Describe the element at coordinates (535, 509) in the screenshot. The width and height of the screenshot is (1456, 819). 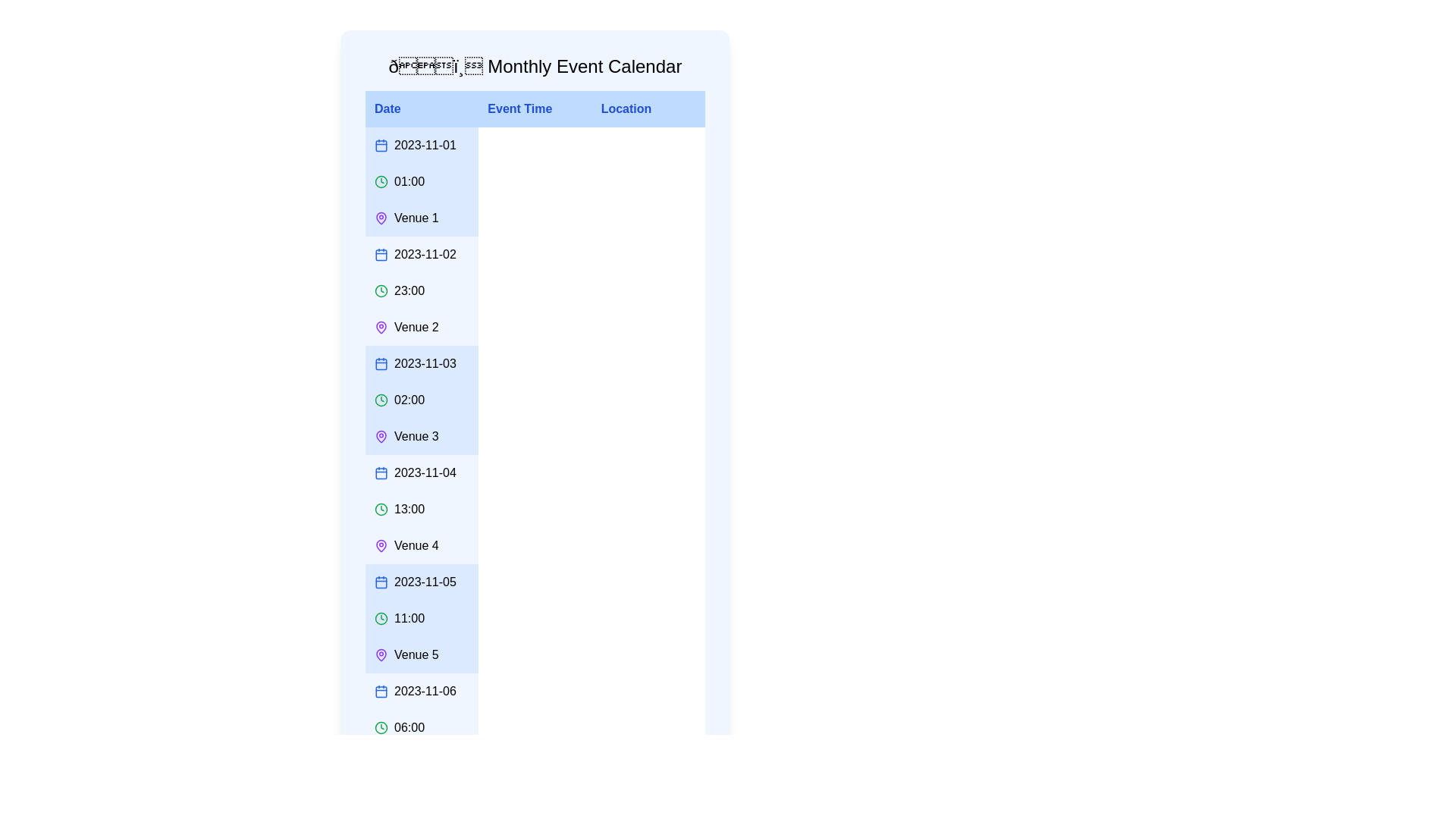
I see `the row corresponding to the event on 2023-11-04` at that location.